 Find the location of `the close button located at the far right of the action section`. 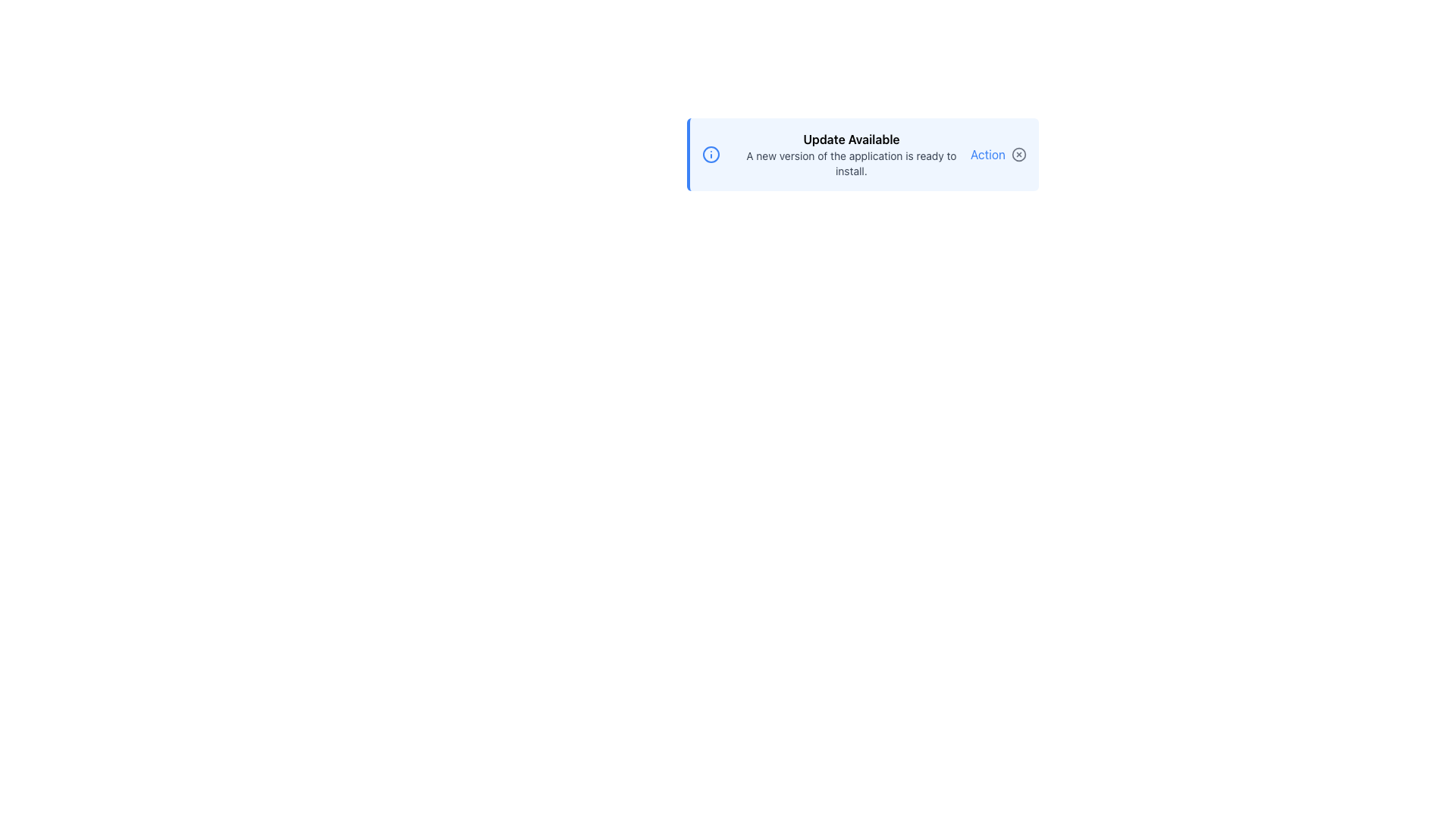

the close button located at the far right of the action section is located at coordinates (1019, 155).